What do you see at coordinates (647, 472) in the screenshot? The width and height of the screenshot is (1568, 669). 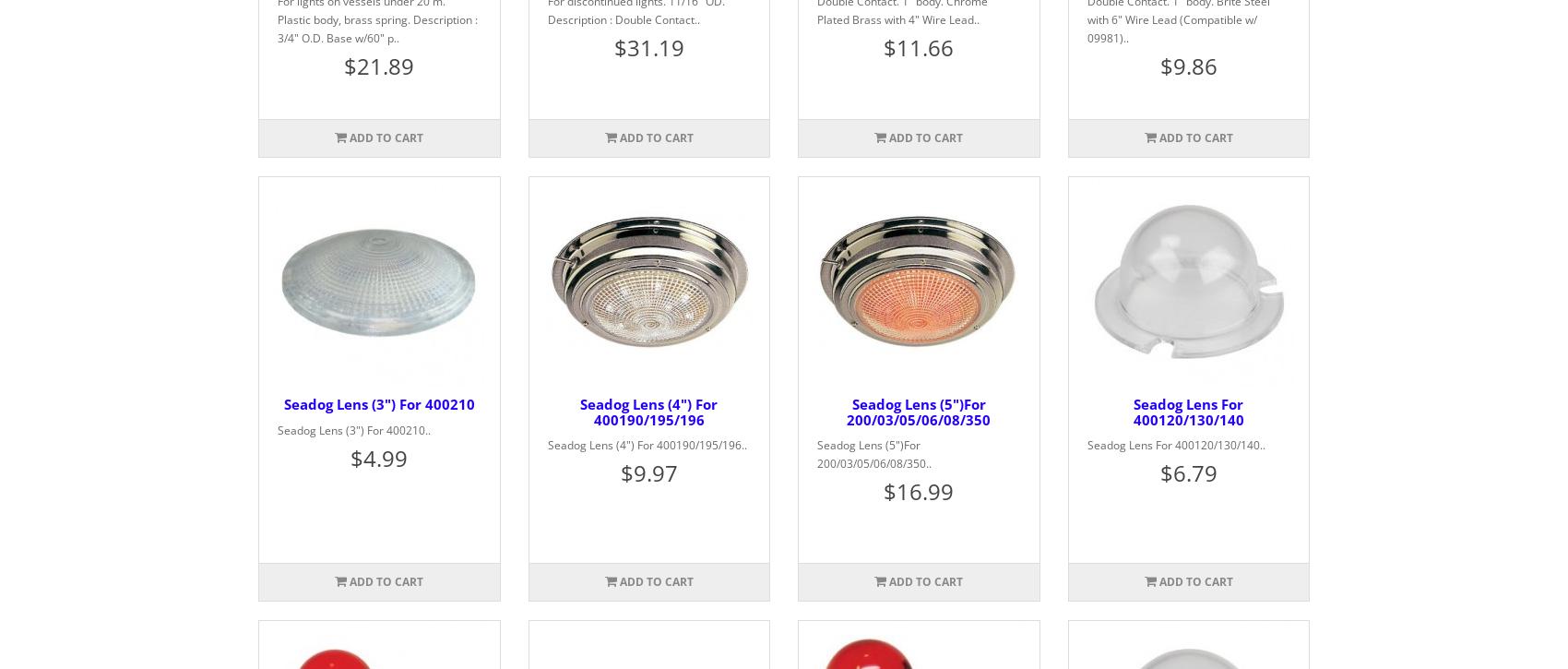 I see `'$9.97'` at bounding box center [647, 472].